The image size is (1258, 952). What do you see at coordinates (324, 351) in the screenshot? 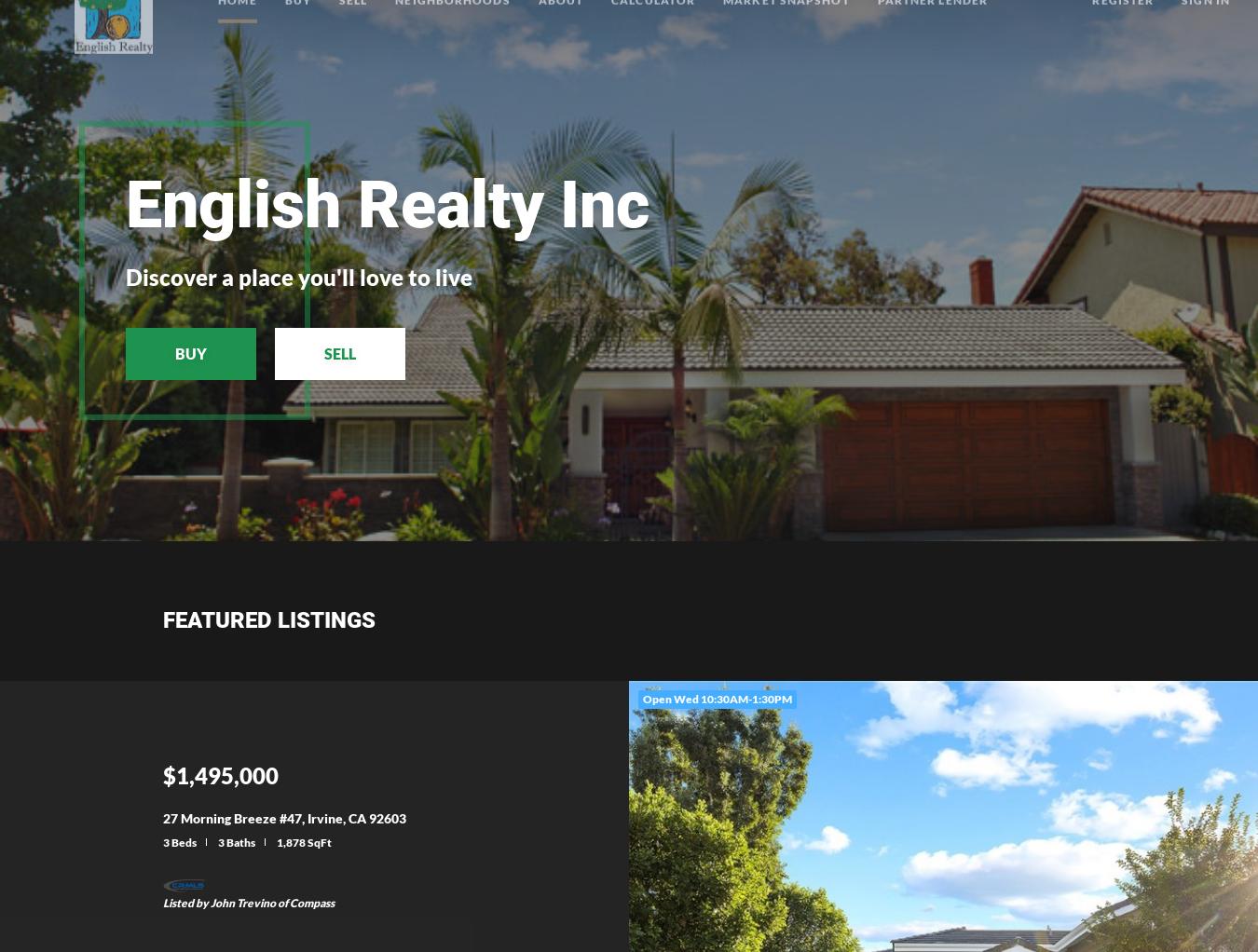
I see `'SELL'` at bounding box center [324, 351].